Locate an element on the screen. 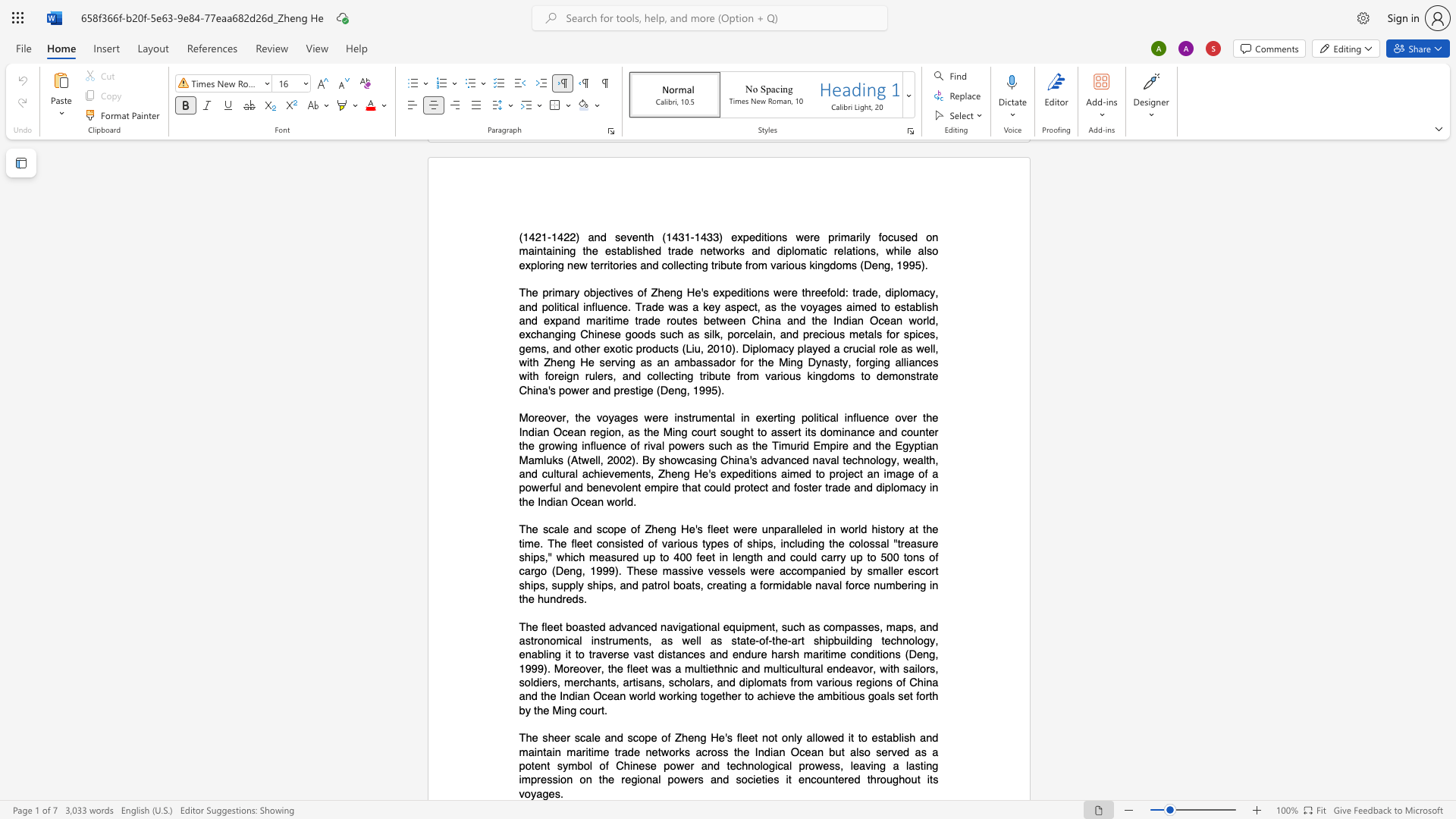 This screenshot has width=1456, height=819. the subset text "s voyages" within the text "throughout its voyages." is located at coordinates (932, 780).